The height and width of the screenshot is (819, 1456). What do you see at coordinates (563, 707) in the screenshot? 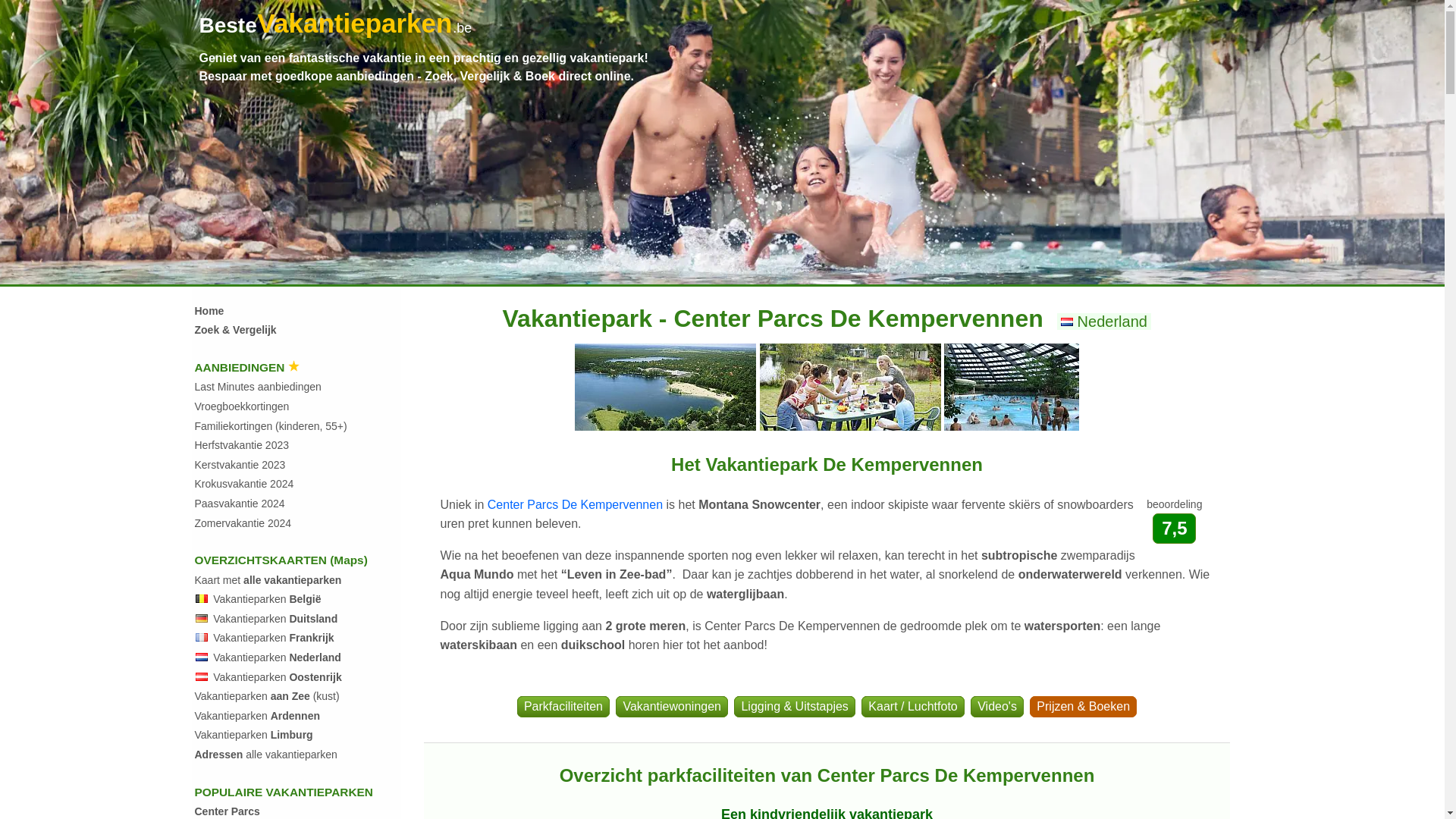
I see `'Parkfaciliteiten'` at bounding box center [563, 707].